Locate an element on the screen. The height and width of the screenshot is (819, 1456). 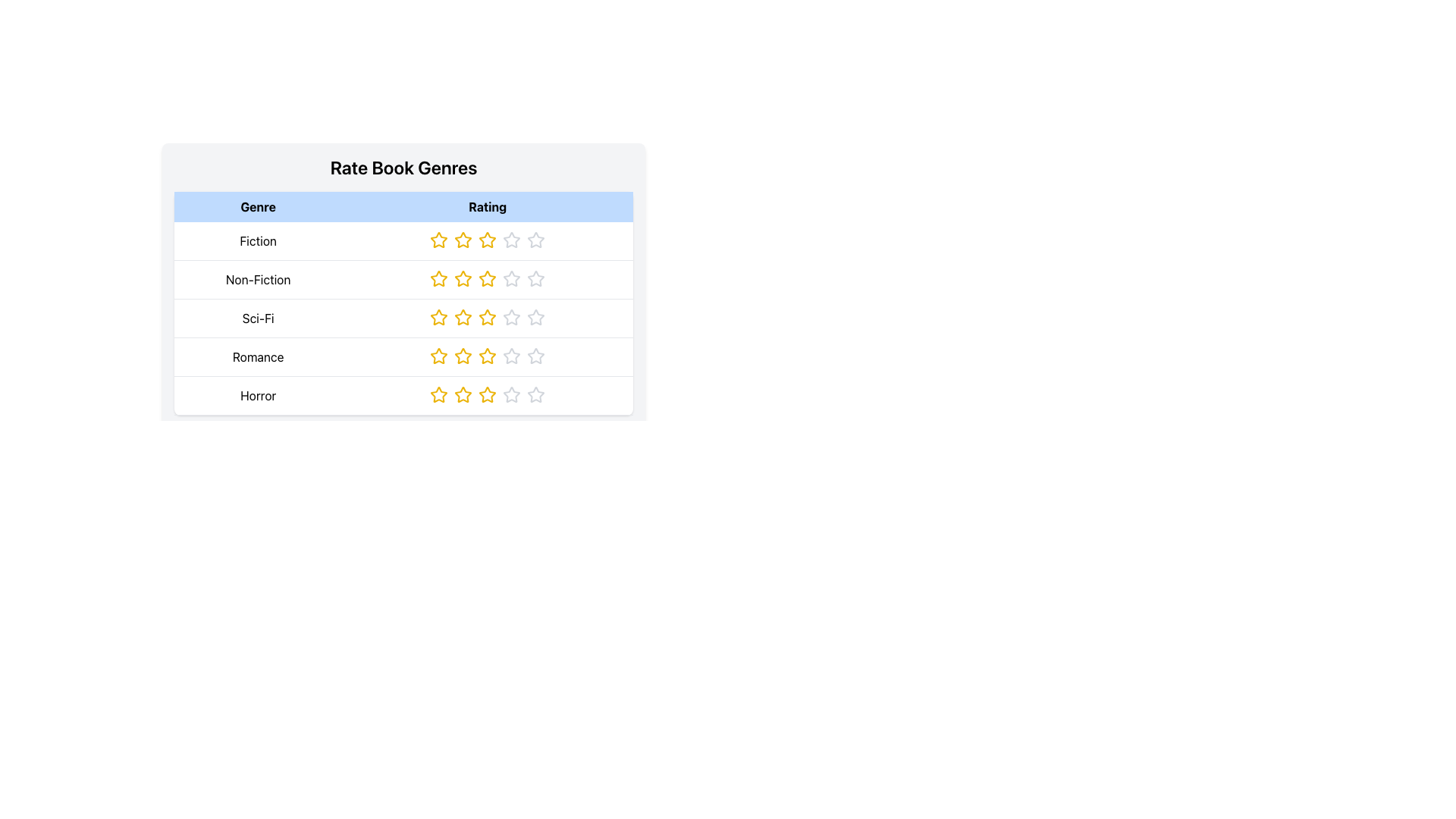
the third yellow star icon in the Romance genre rating section is located at coordinates (463, 356).